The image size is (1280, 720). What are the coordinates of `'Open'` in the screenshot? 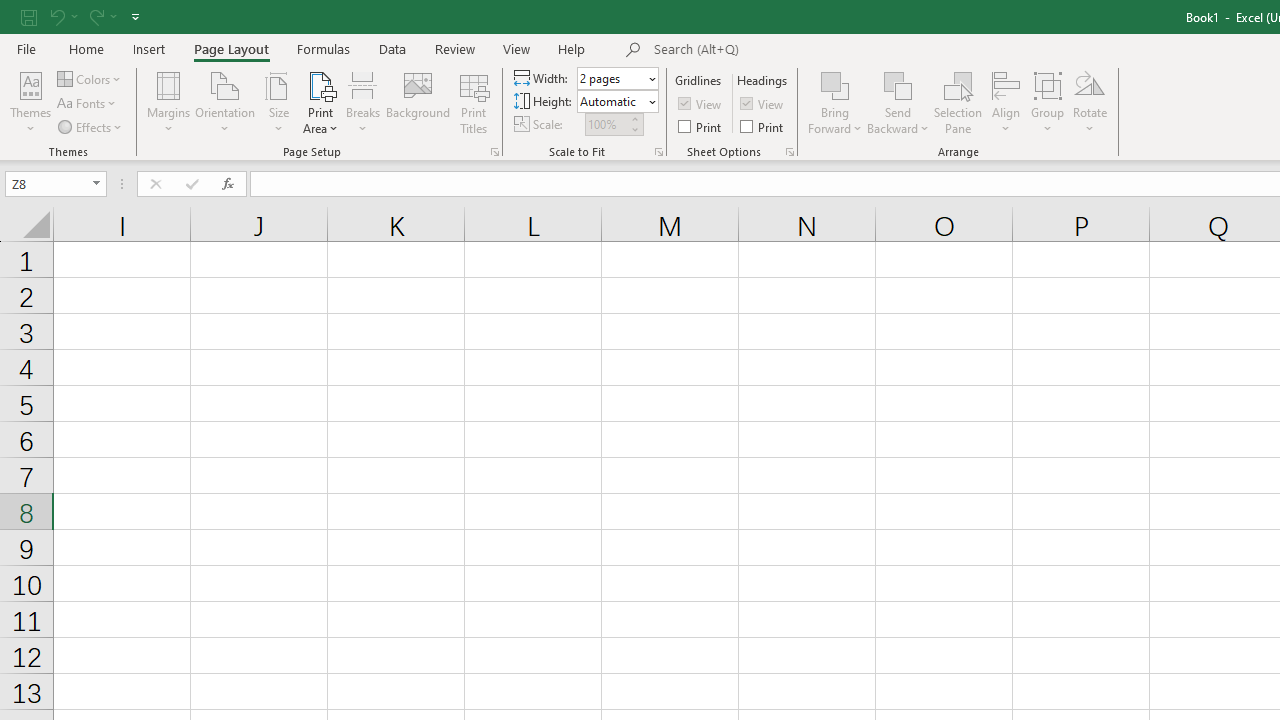 It's located at (96, 183).